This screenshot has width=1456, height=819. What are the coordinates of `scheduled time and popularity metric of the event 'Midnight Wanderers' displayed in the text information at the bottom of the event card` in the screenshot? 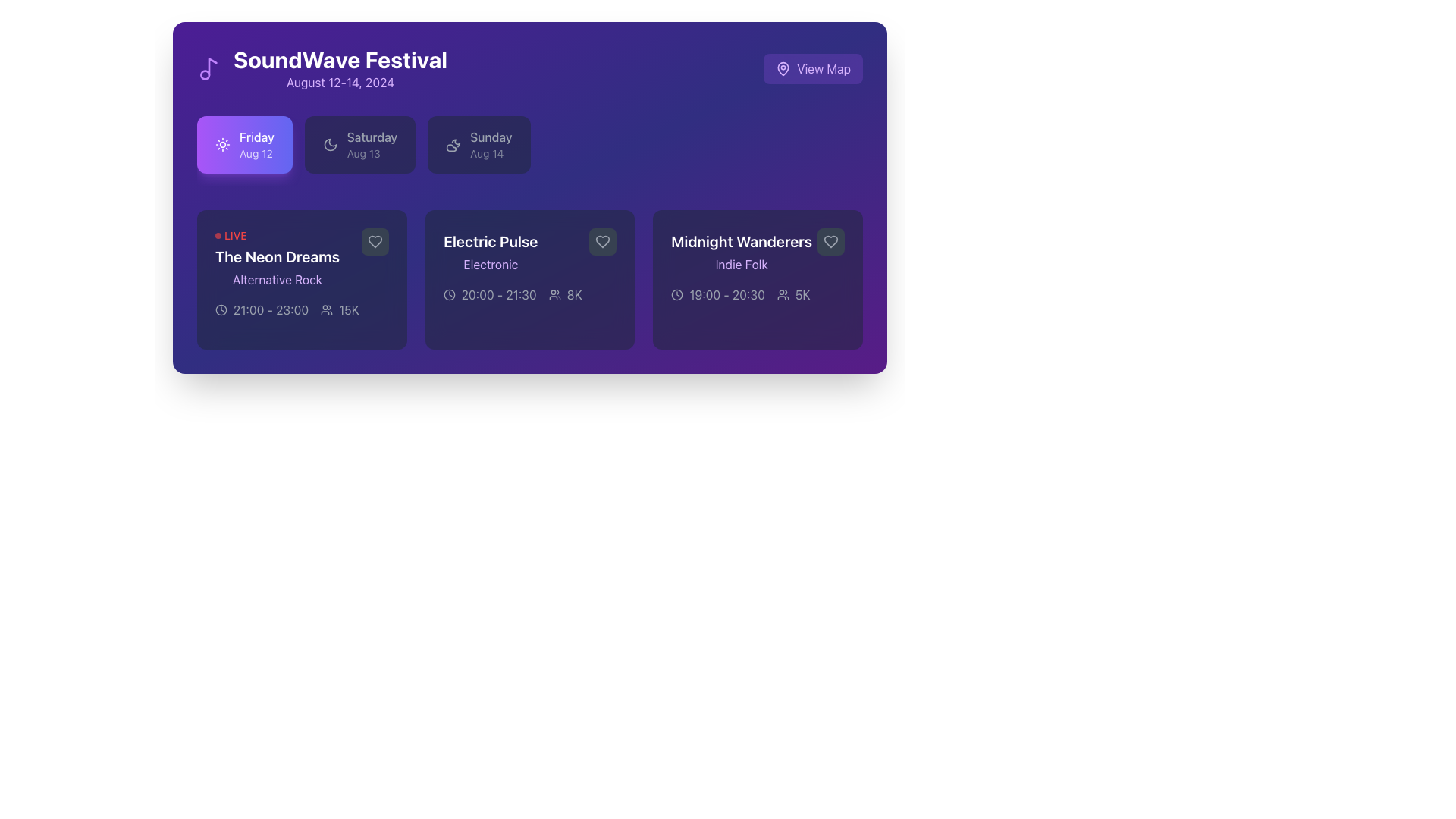 It's located at (758, 295).